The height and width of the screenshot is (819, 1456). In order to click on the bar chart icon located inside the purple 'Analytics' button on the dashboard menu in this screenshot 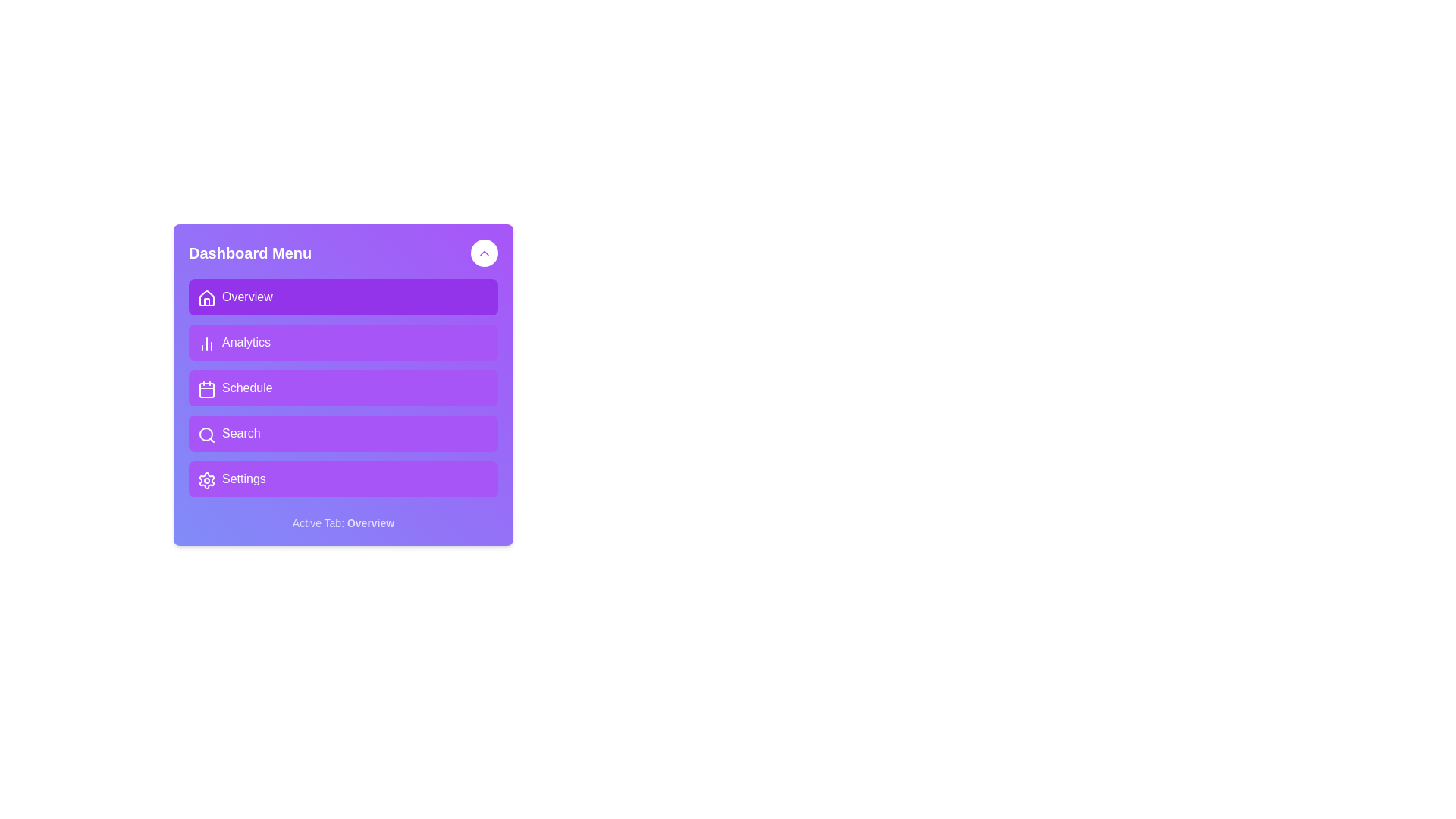, I will do `click(204, 342)`.